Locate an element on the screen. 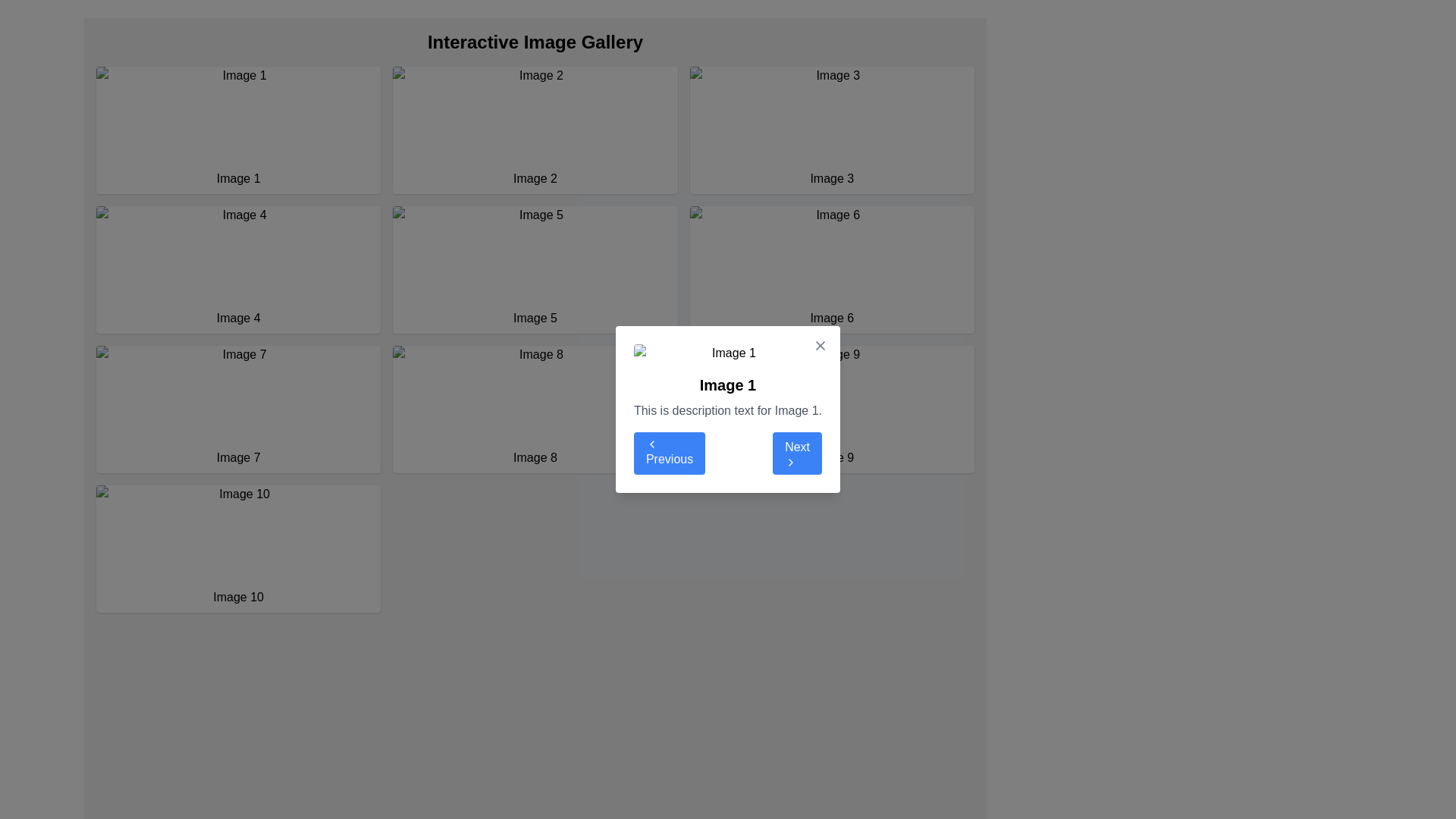 This screenshot has width=1456, height=819. text label 'Image 1' positioned at the bottom of a card structure in the grid layout is located at coordinates (237, 177).